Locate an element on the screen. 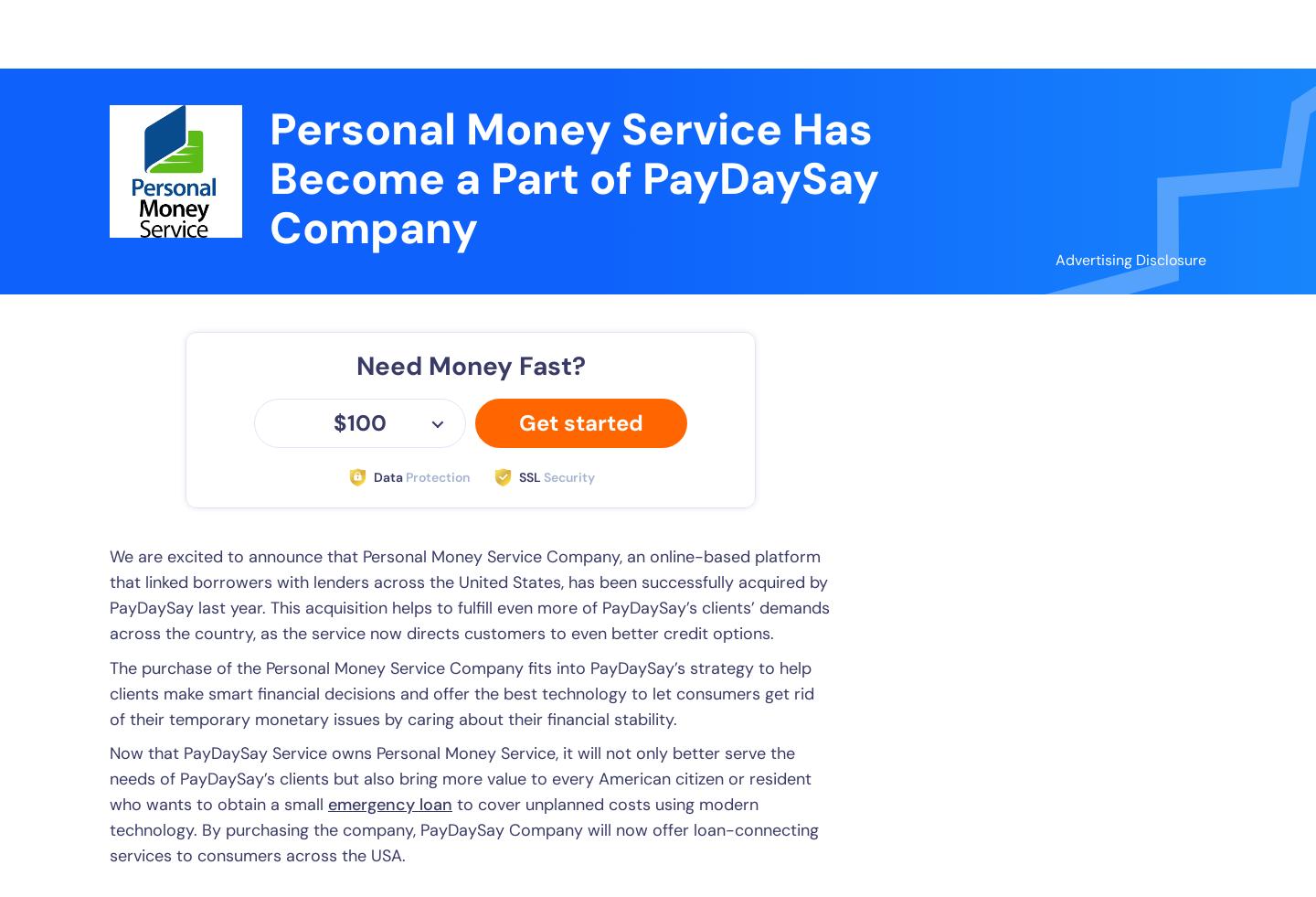 Image resolution: width=1316 pixels, height=897 pixels. 'Sites Like Credit Karma – Credit Karma Alternatives' is located at coordinates (1083, 291).